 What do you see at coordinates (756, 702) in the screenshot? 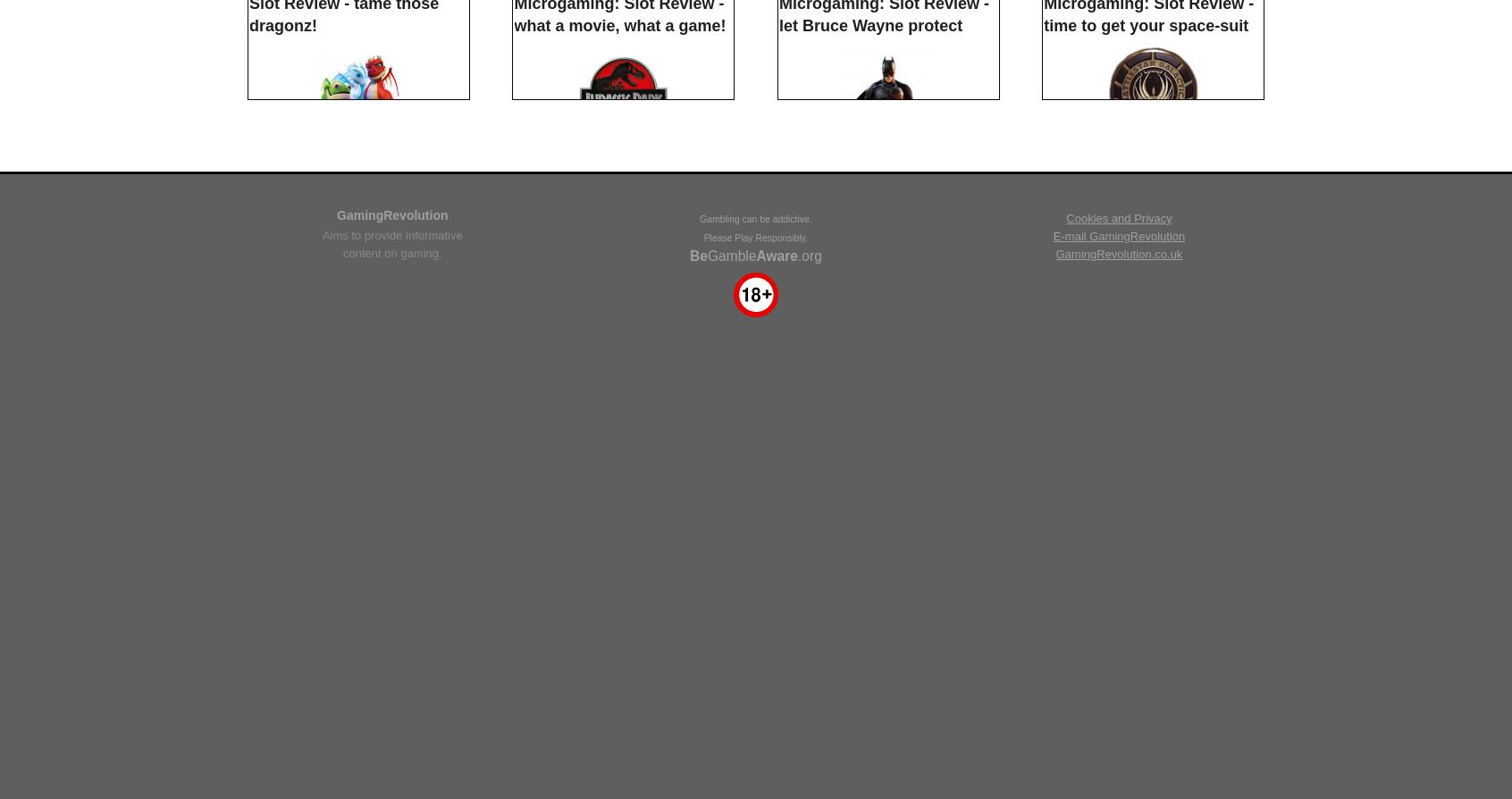
I see `'Aware'` at bounding box center [756, 702].